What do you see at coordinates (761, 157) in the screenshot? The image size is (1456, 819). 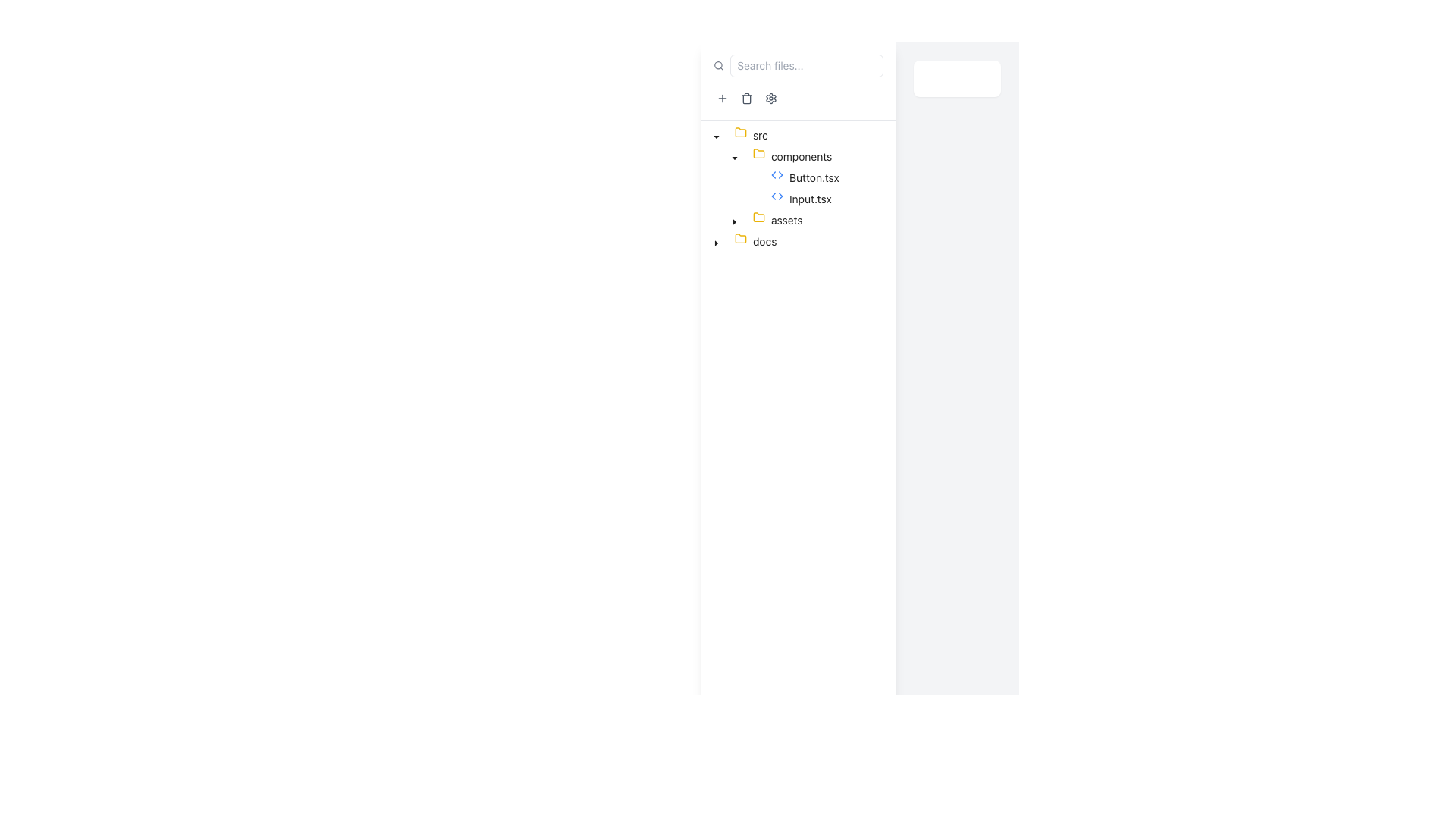 I see `the folder icon associated with the 'components' section` at bounding box center [761, 157].